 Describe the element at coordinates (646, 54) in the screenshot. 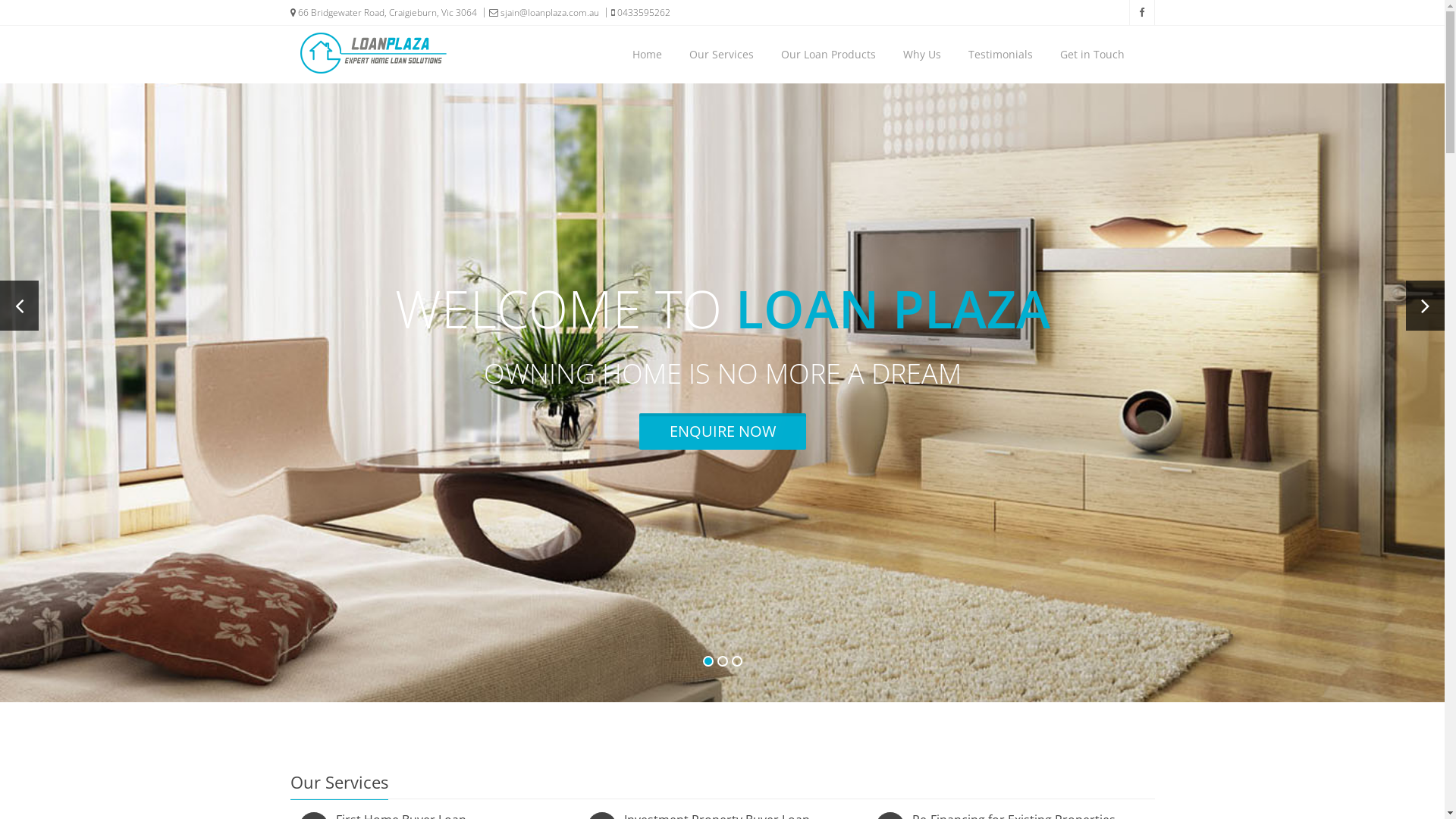

I see `'Home'` at that location.